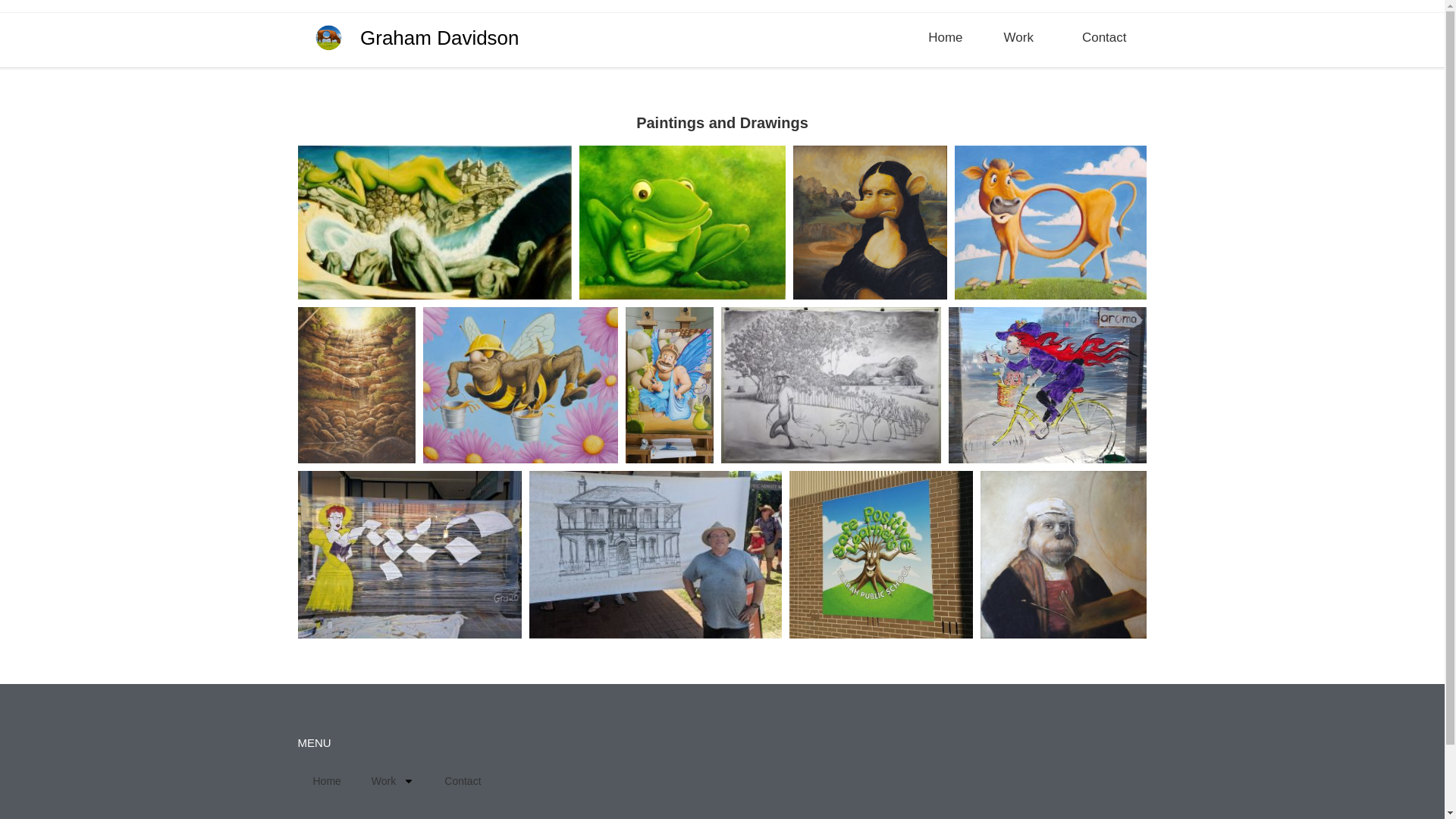 The height and width of the screenshot is (819, 1456). What do you see at coordinates (1022, 37) in the screenshot?
I see `'Work'` at bounding box center [1022, 37].